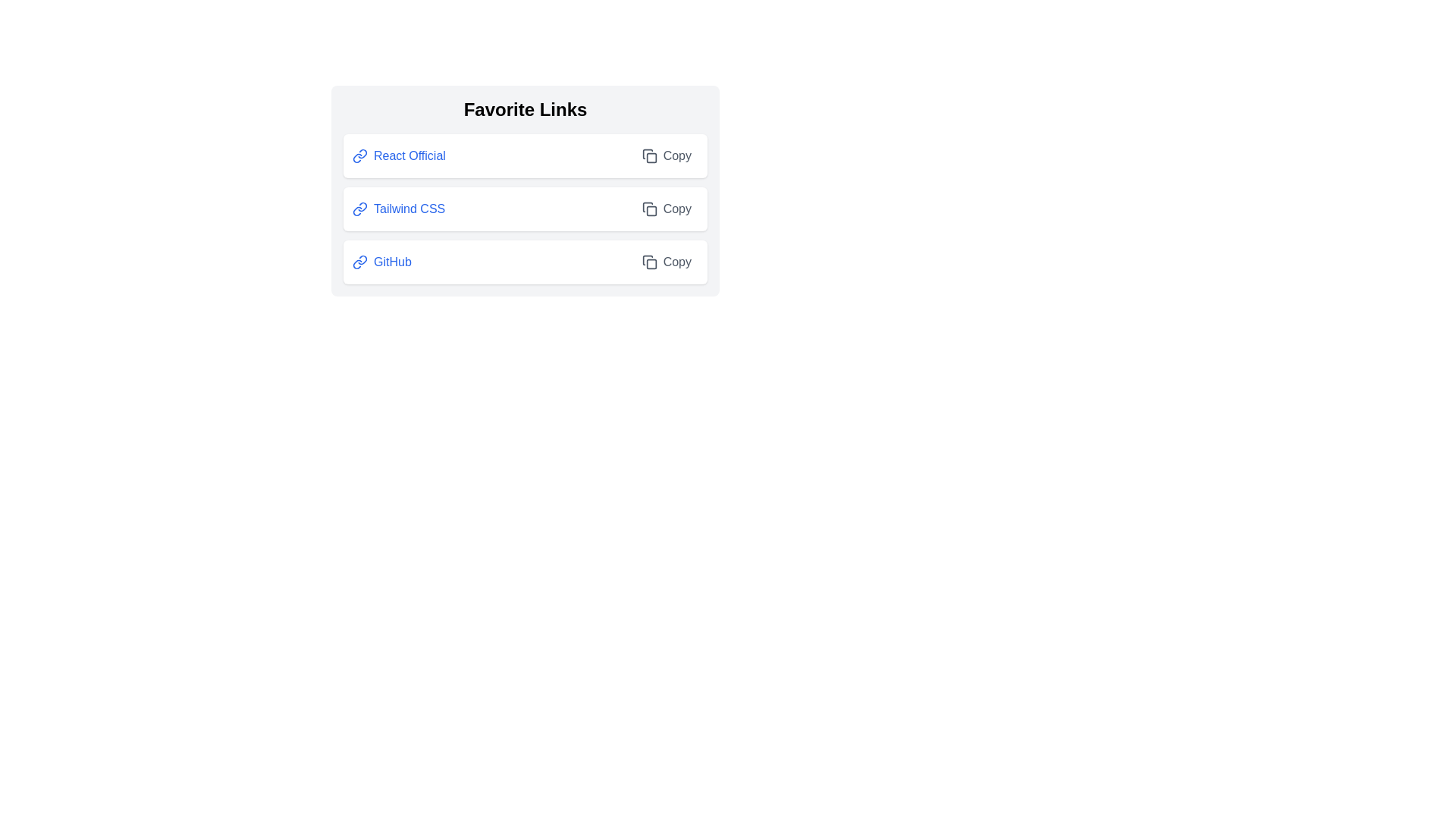  What do you see at coordinates (399, 209) in the screenshot?
I see `the blue text link reading 'Tailwind CSS'` at bounding box center [399, 209].